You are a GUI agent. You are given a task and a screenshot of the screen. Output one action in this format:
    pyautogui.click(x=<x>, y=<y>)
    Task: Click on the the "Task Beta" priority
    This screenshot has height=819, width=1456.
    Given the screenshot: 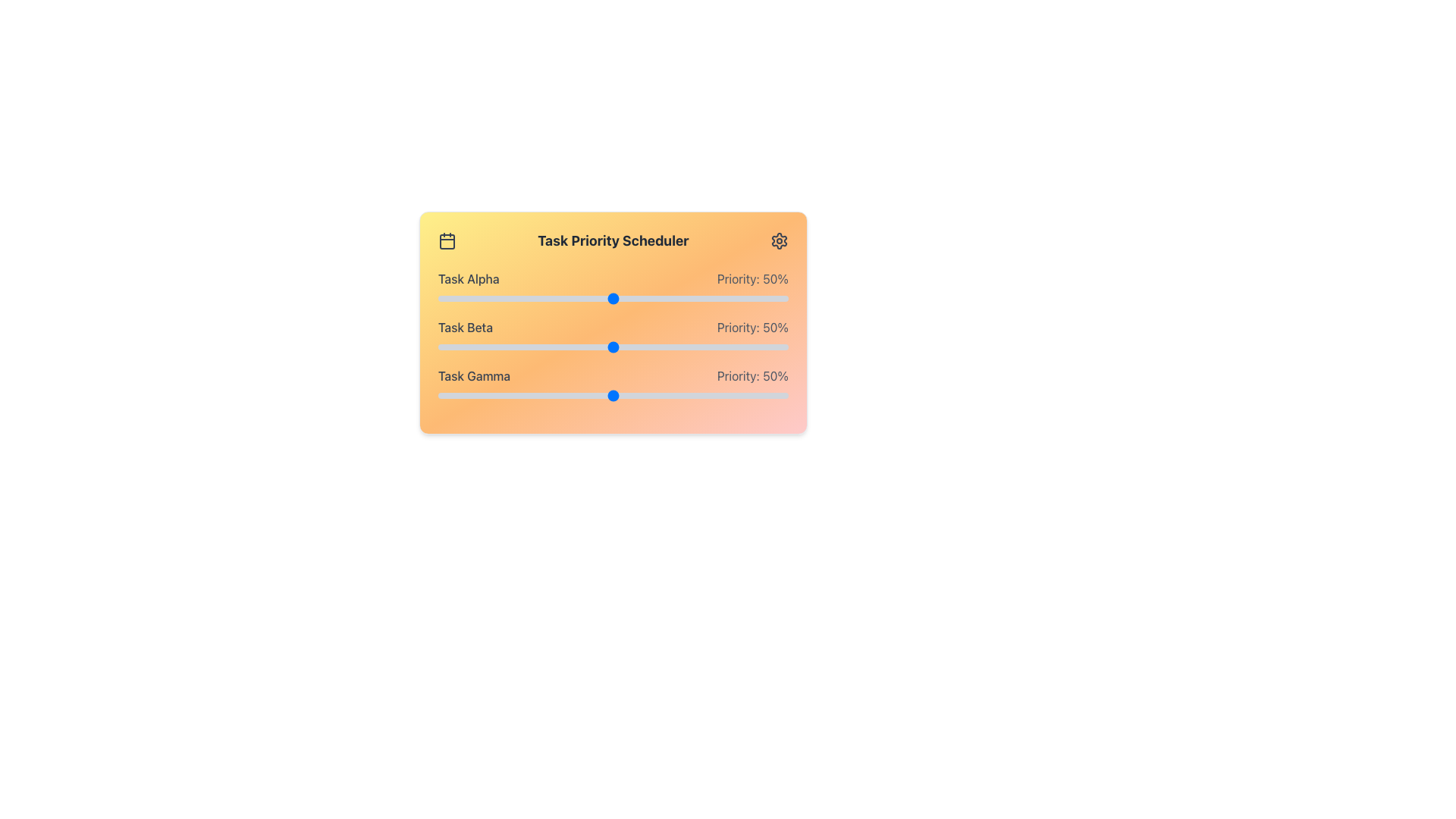 What is the action you would take?
    pyautogui.click(x=753, y=347)
    